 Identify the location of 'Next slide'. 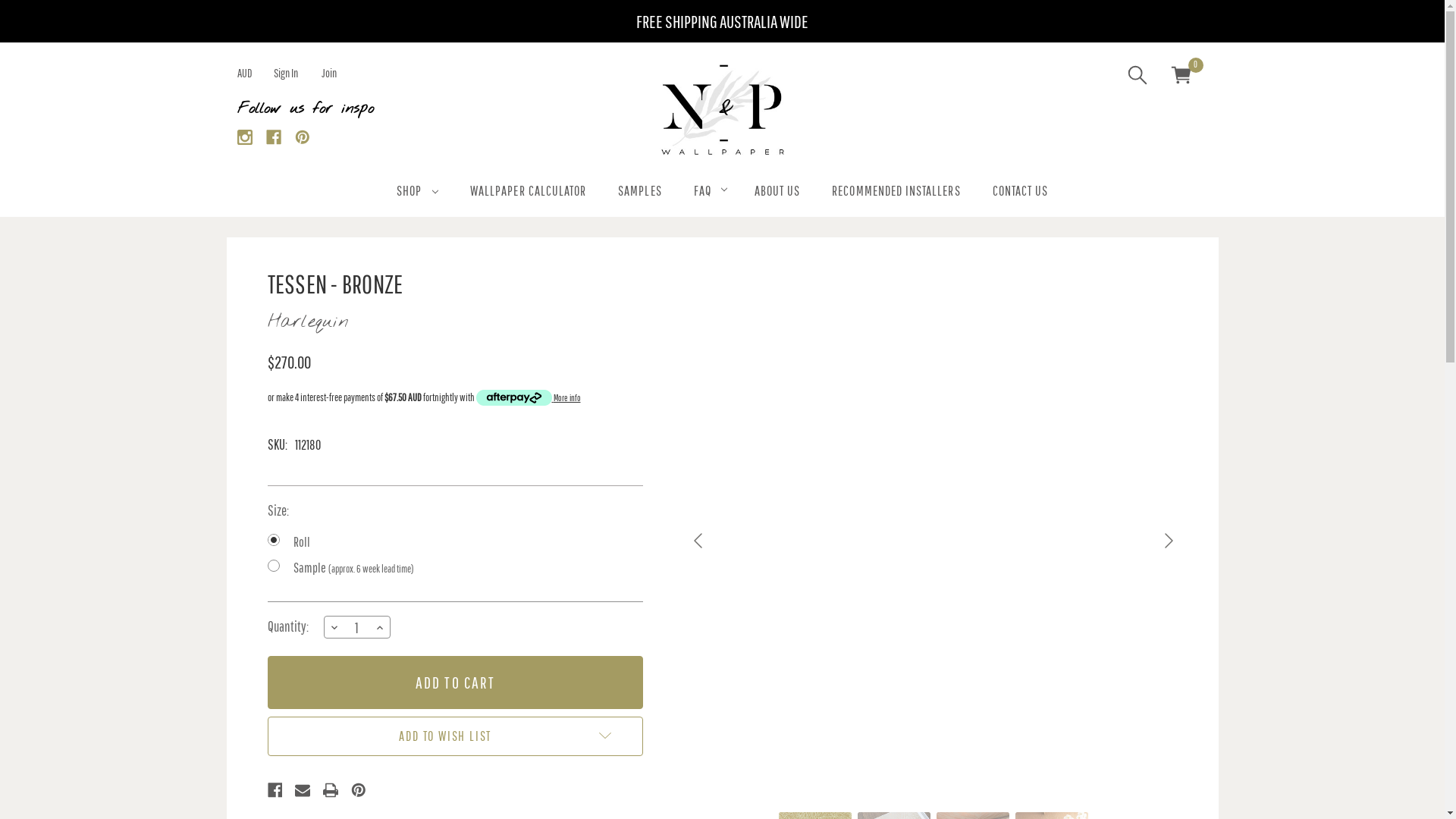
(1166, 540).